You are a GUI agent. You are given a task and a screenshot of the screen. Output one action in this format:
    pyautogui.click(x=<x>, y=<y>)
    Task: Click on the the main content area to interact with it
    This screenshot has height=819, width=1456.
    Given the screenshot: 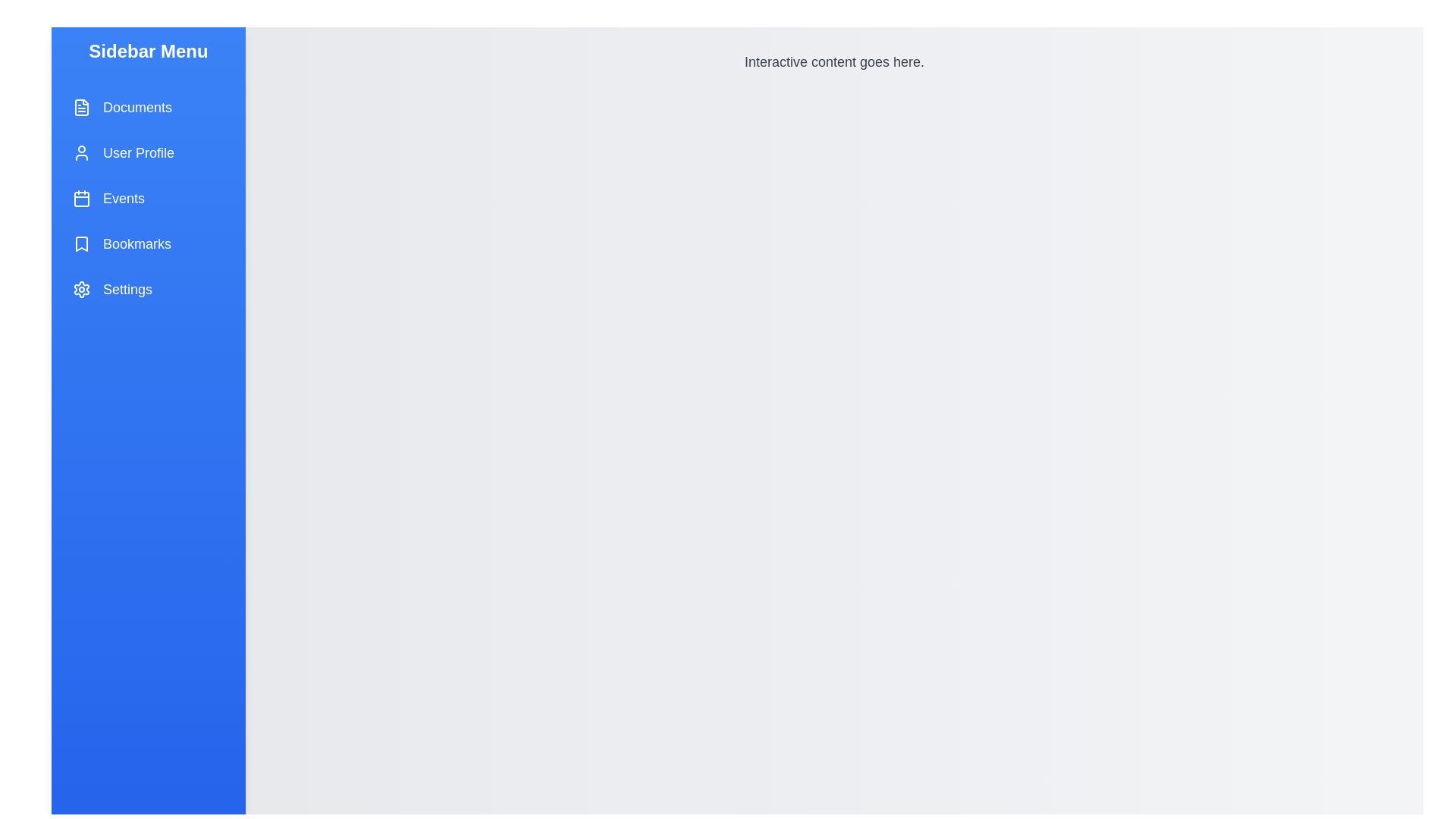 What is the action you would take?
    pyautogui.click(x=833, y=436)
    